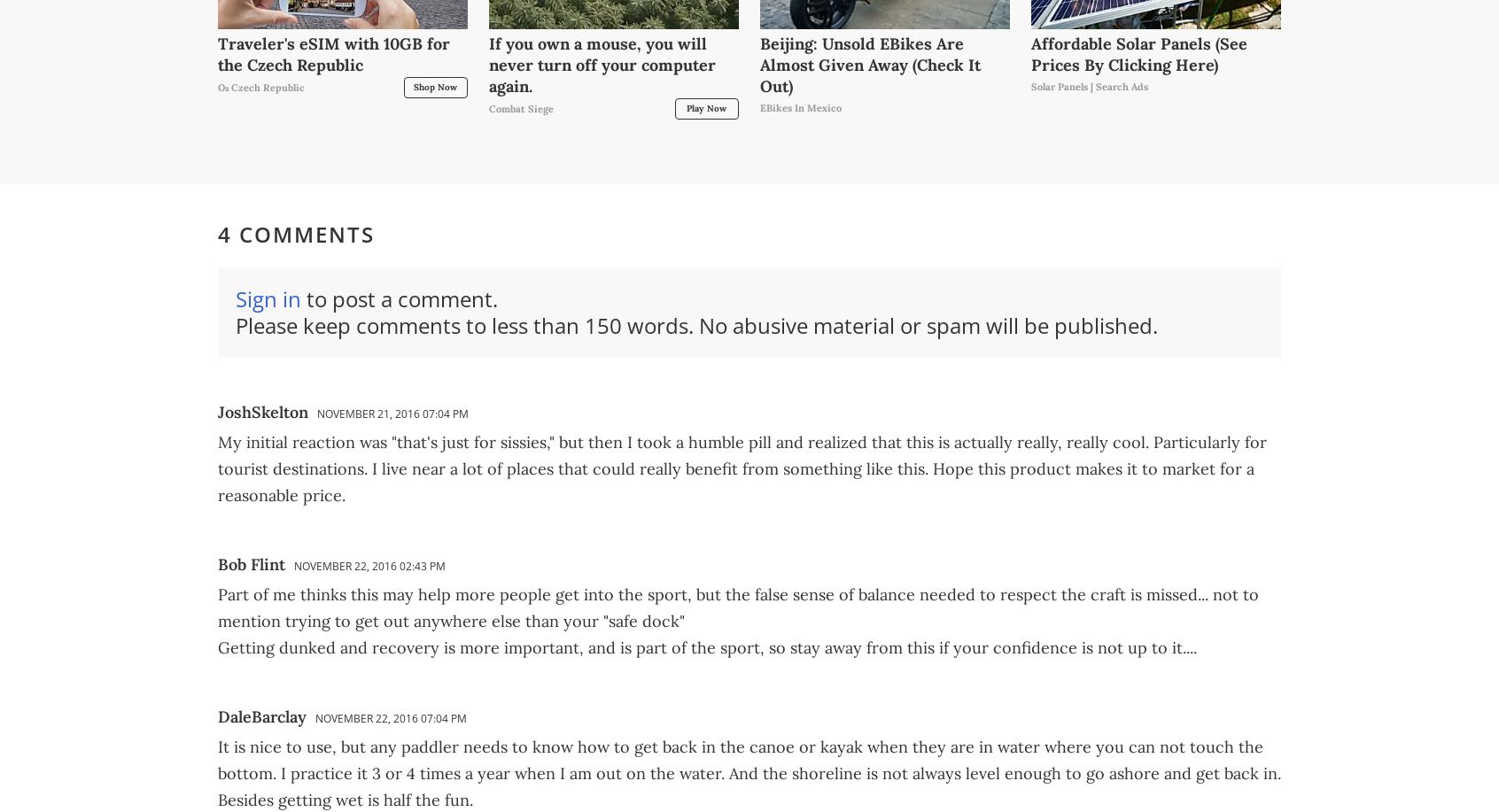 The height and width of the screenshot is (812, 1499). Describe the element at coordinates (696, 323) in the screenshot. I see `'Please keep comments to less than 150 words. No abusive material or spam will be published.'` at that location.